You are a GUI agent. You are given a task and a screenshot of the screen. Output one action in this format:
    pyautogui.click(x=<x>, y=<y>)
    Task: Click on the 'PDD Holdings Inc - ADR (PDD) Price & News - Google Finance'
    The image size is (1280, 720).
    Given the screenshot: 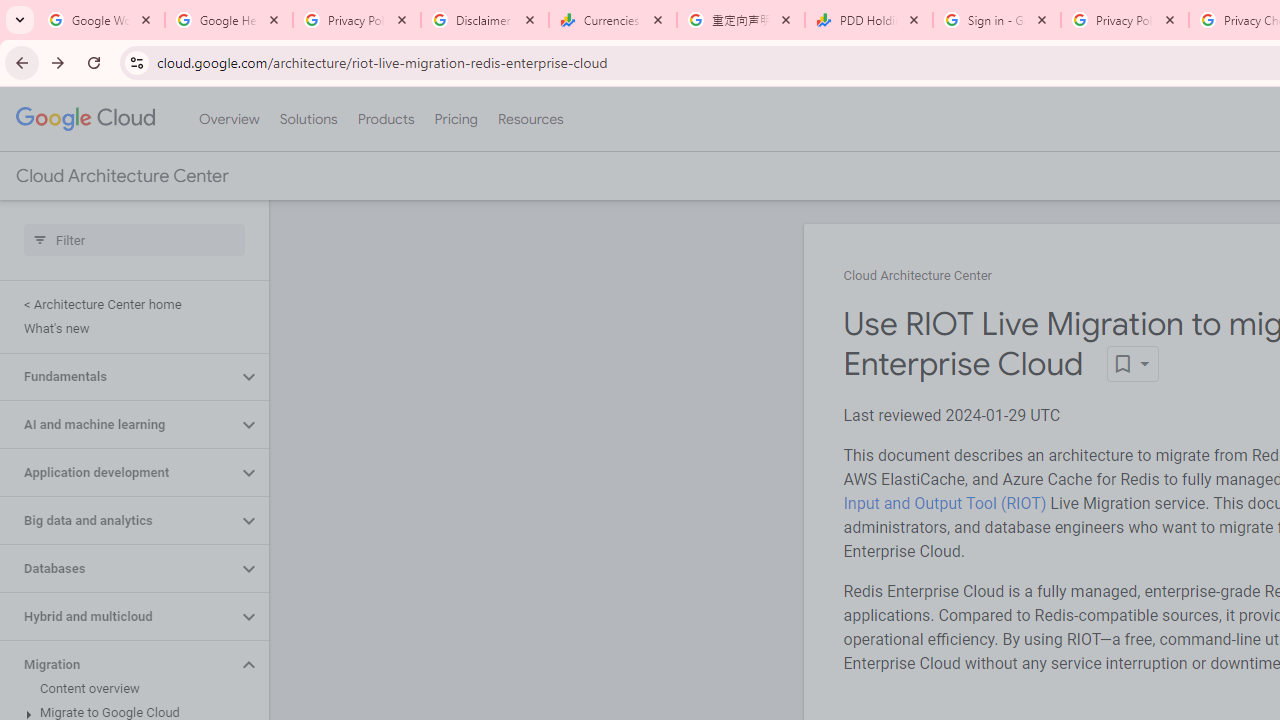 What is the action you would take?
    pyautogui.click(x=869, y=20)
    